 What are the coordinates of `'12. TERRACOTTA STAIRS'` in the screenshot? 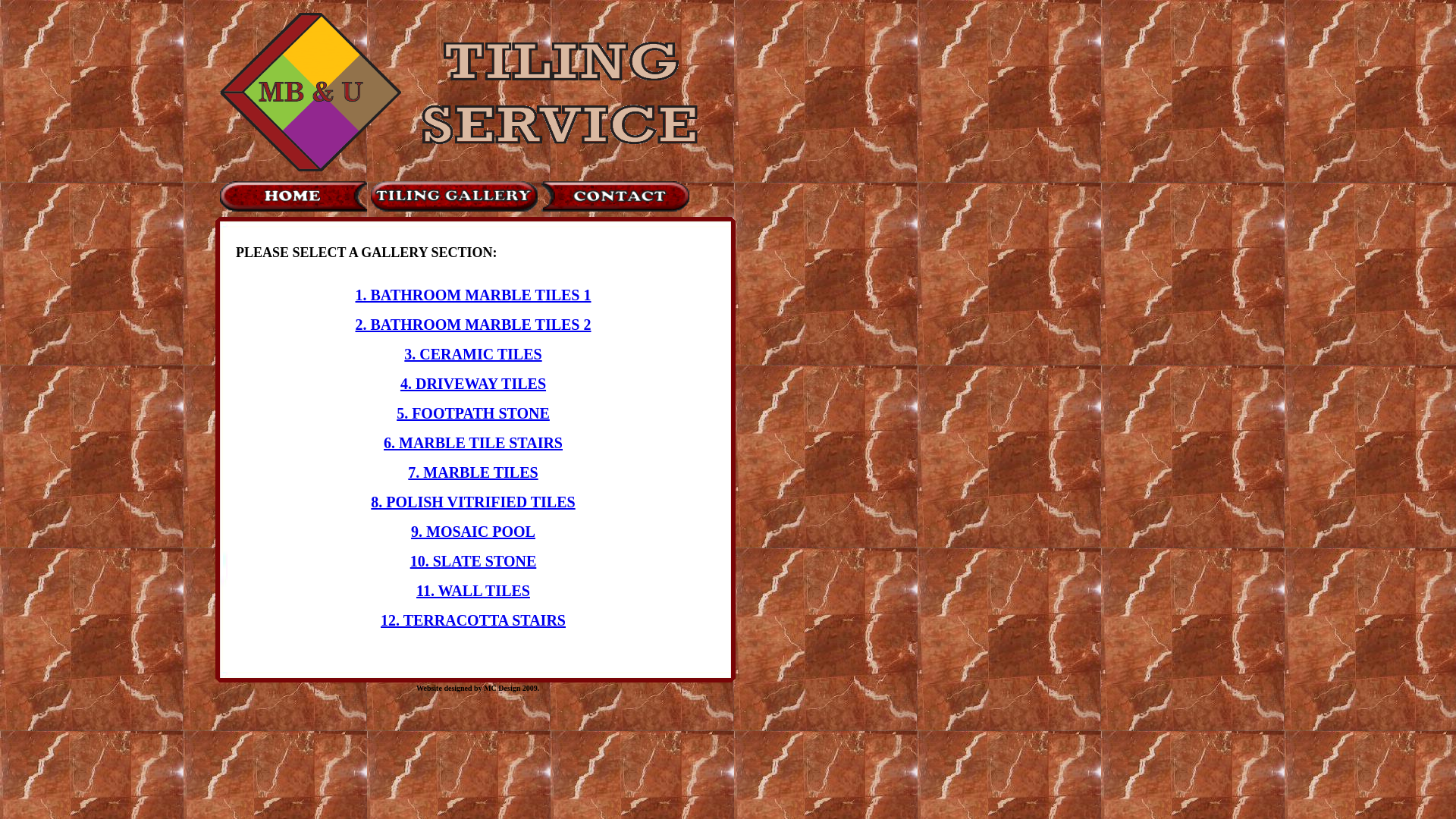 It's located at (472, 620).